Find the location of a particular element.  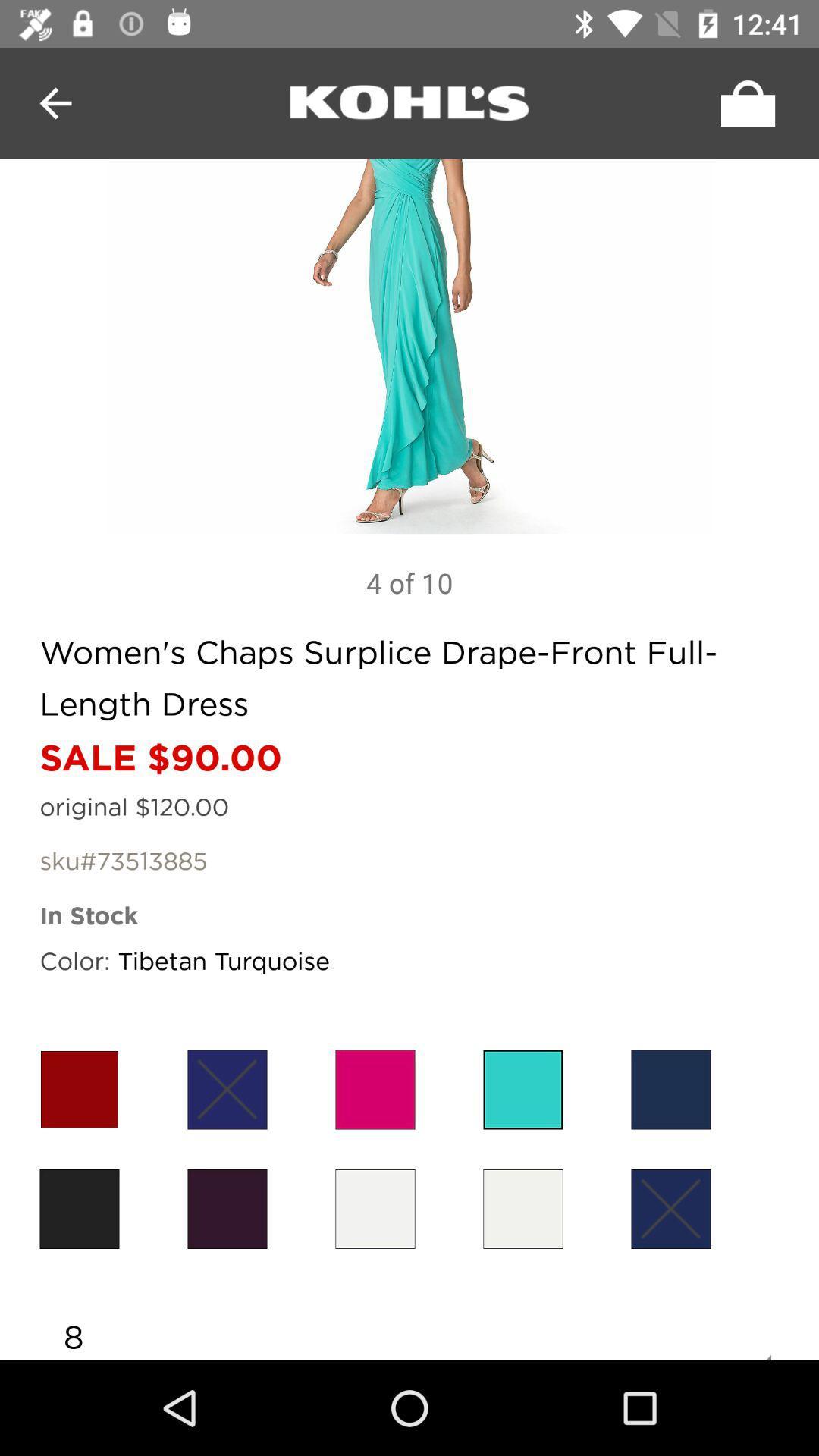

change color to red is located at coordinates (79, 1088).